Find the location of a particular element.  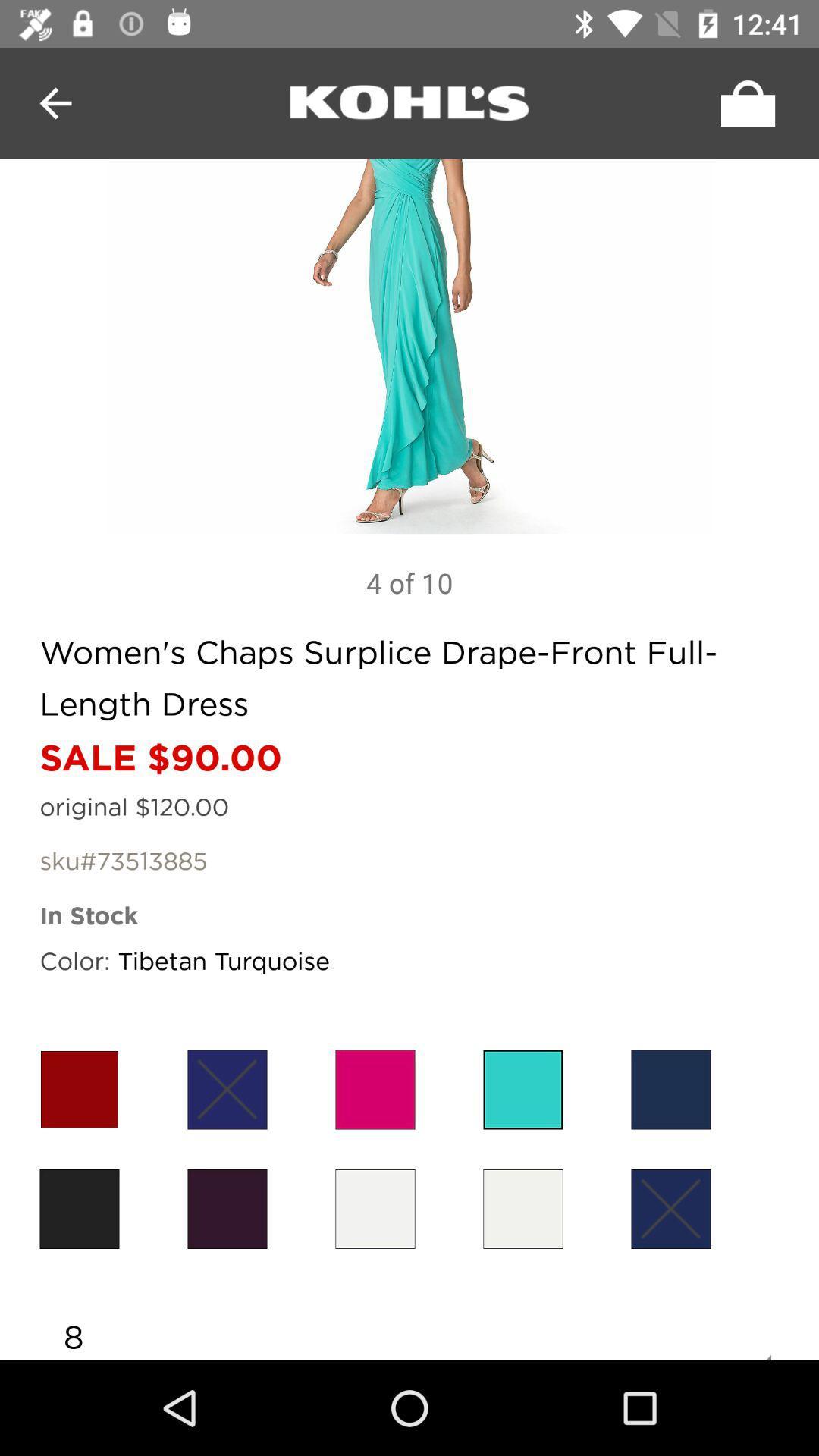

change color to red is located at coordinates (79, 1088).